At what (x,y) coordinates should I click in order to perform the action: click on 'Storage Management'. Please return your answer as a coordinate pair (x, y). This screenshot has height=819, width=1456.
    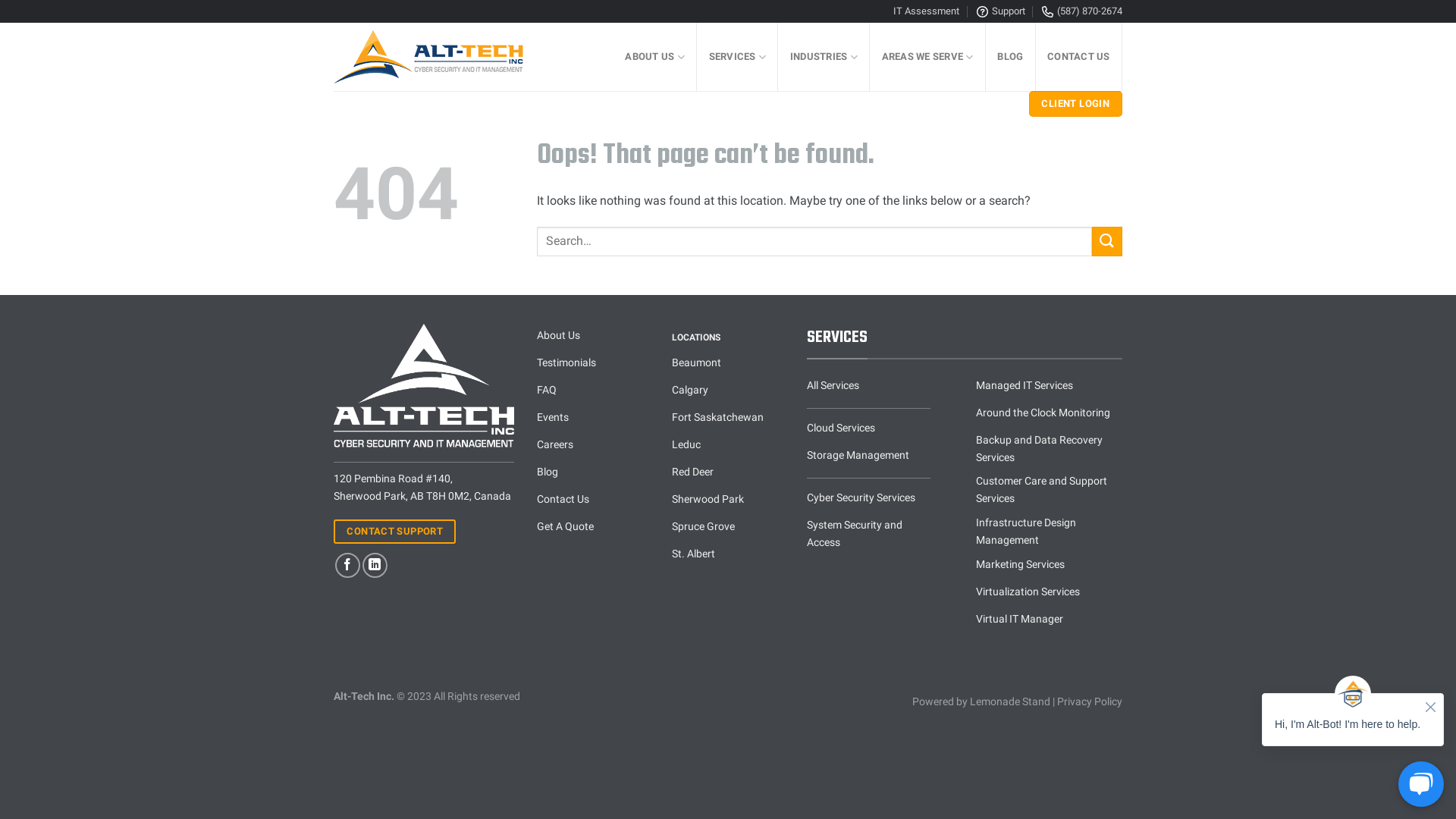
    Looking at the image, I should click on (868, 456).